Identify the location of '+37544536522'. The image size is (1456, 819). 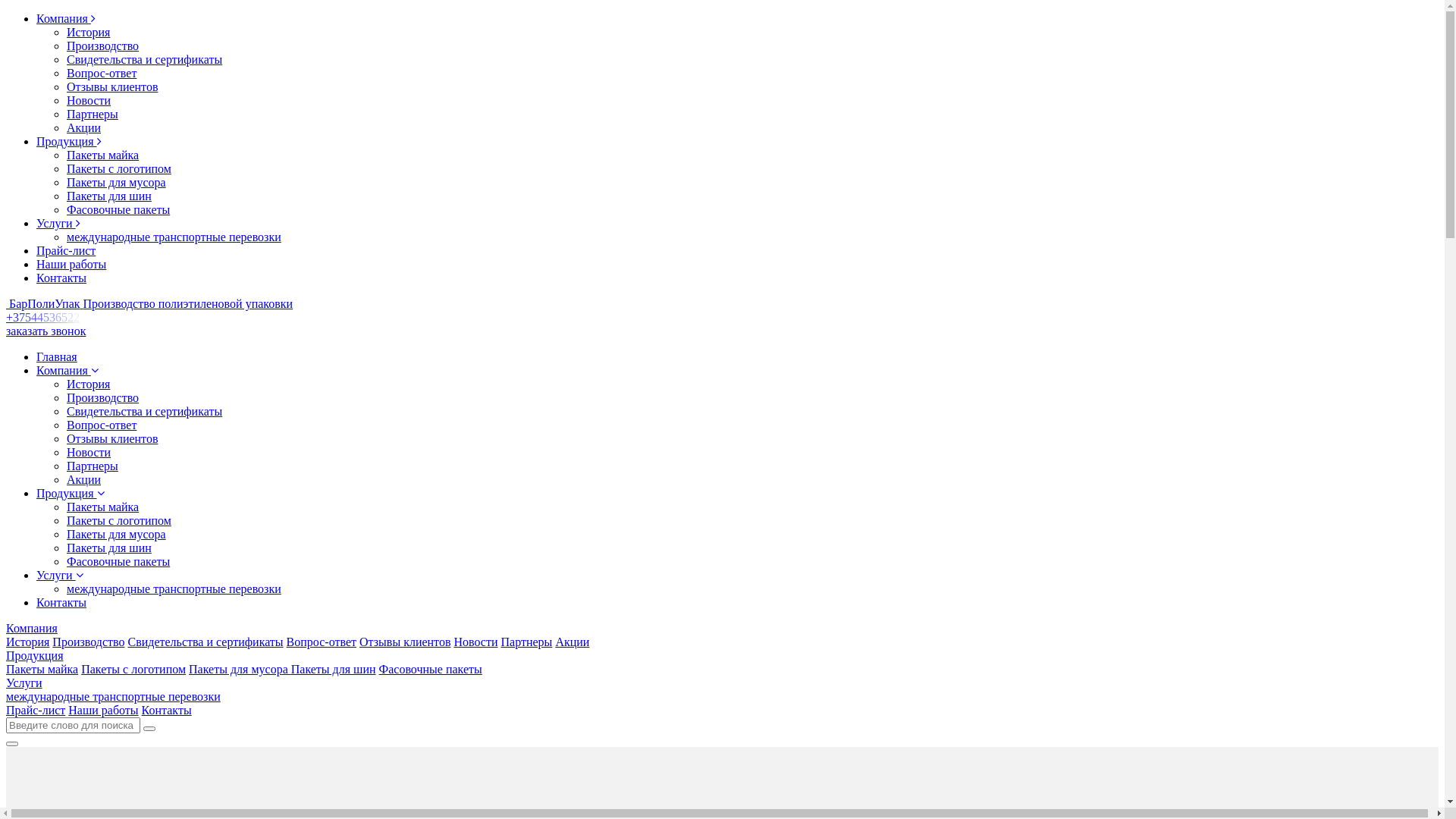
(45, 316).